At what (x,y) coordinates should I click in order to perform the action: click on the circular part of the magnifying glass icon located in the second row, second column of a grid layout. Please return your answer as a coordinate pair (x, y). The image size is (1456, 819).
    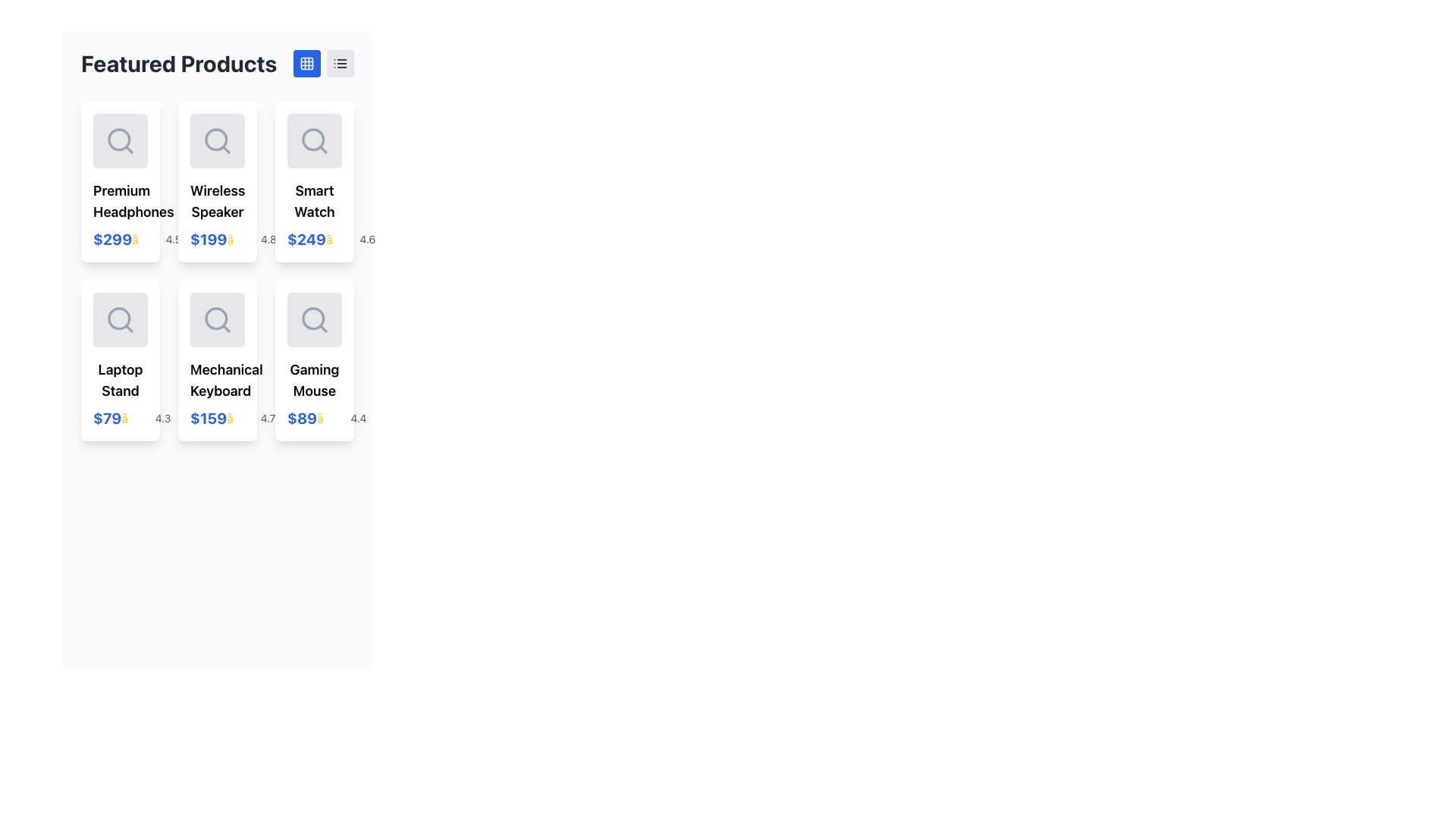
    Looking at the image, I should click on (215, 318).